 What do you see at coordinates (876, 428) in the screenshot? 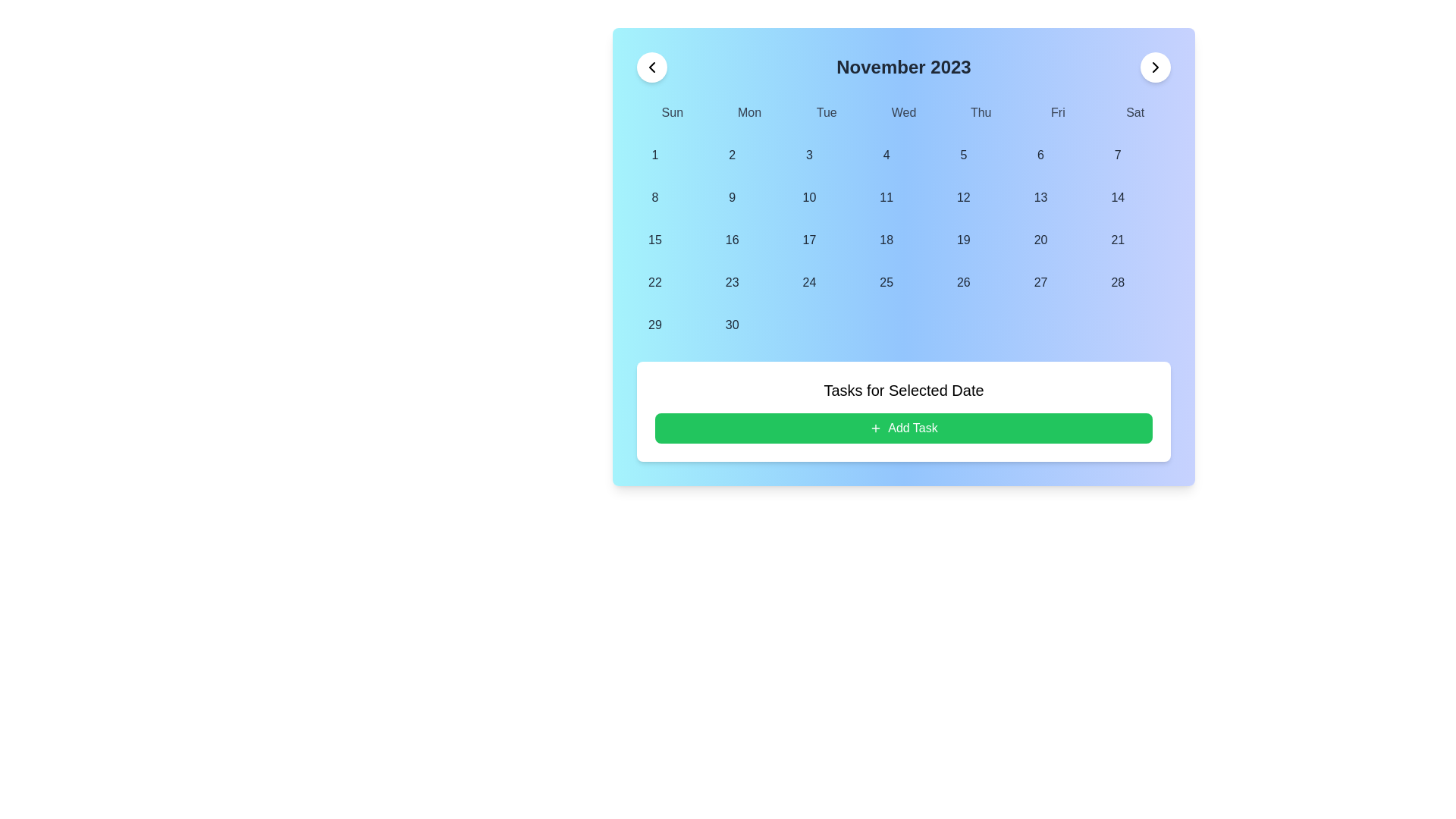
I see `the plus sign icon inside the green 'Add Task' button, which is located beneath the calendar and aligned to the left of the 'Add Task' text` at bounding box center [876, 428].